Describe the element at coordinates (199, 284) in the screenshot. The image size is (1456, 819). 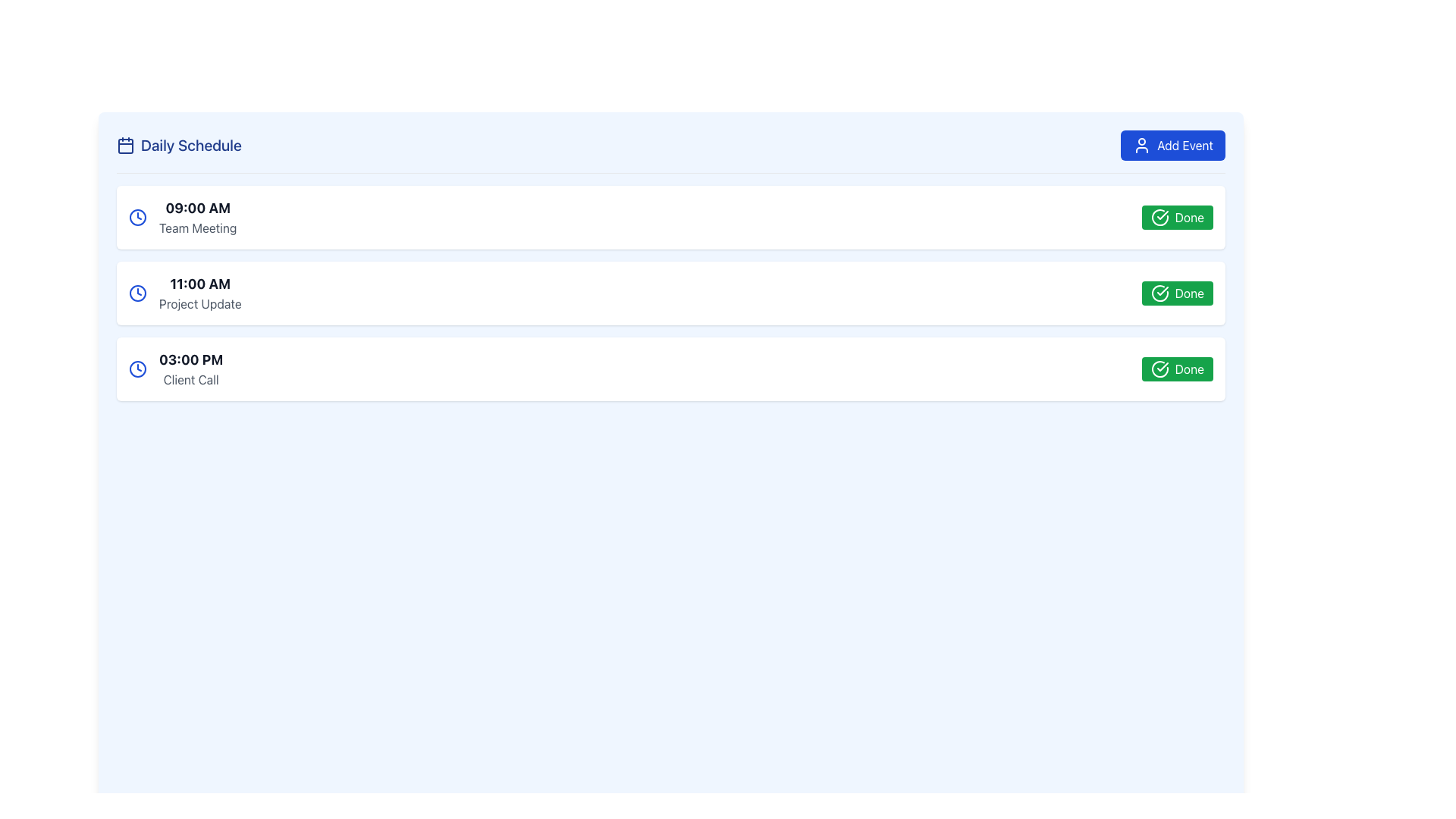
I see `static text element displaying '11:00 AM', which is emphasized in bold, black font and centrally located in the middle event card among three schedules` at that location.